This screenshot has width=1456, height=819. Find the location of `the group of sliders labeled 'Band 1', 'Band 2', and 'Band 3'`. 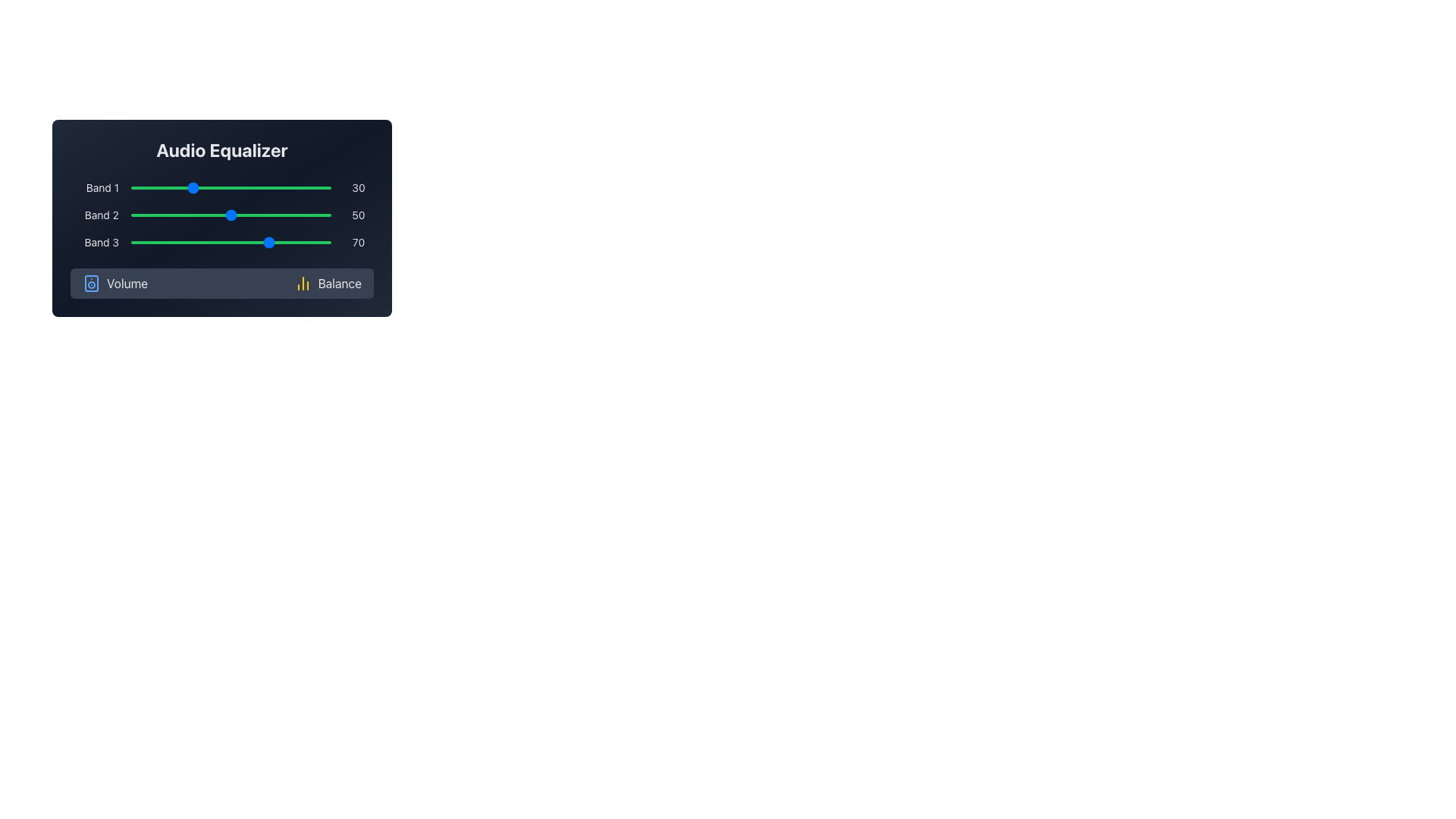

the group of sliders labeled 'Band 1', 'Band 2', and 'Band 3' is located at coordinates (221, 215).